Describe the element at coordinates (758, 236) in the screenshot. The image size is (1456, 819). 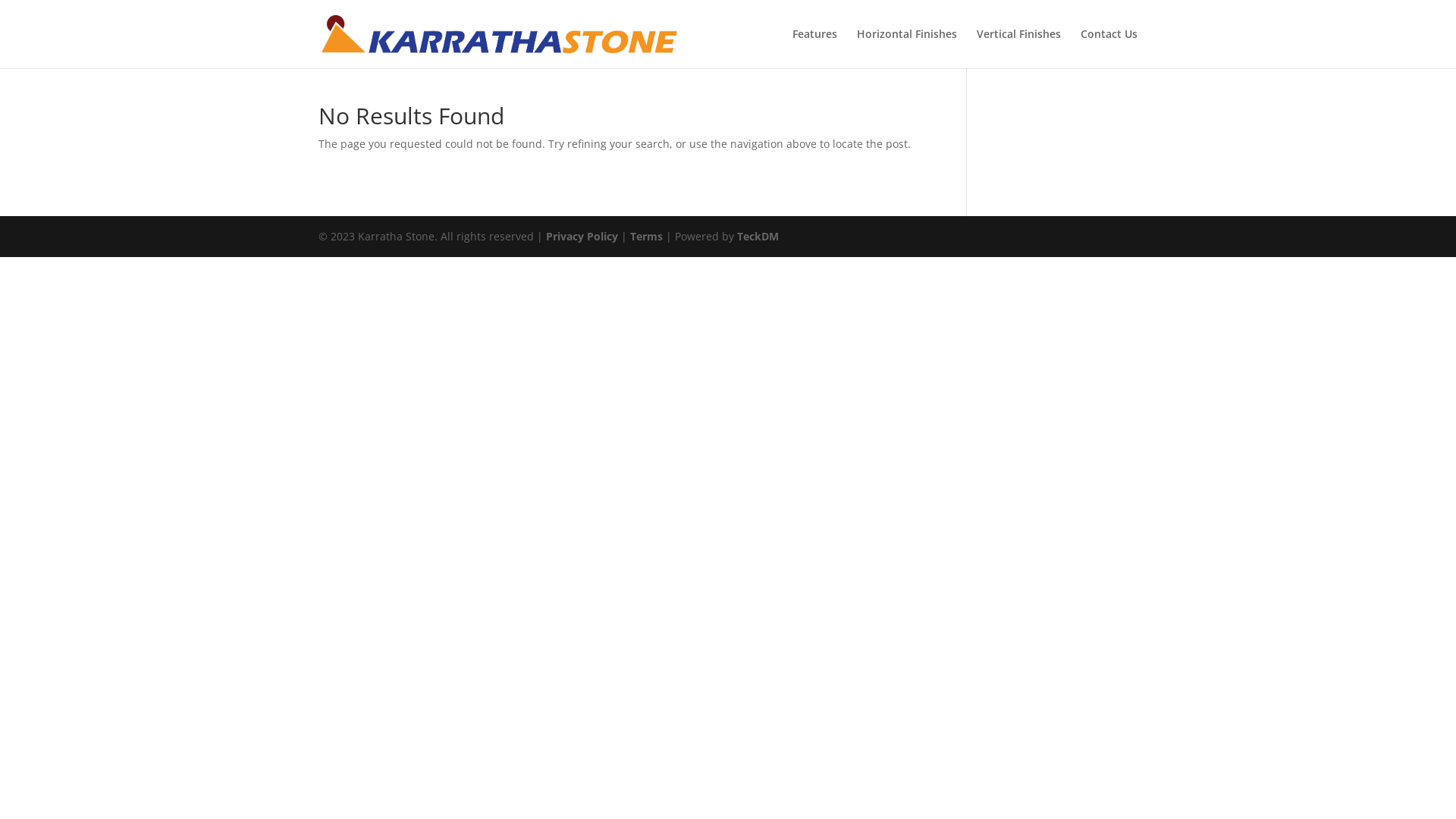
I see `'TeckDM'` at that location.